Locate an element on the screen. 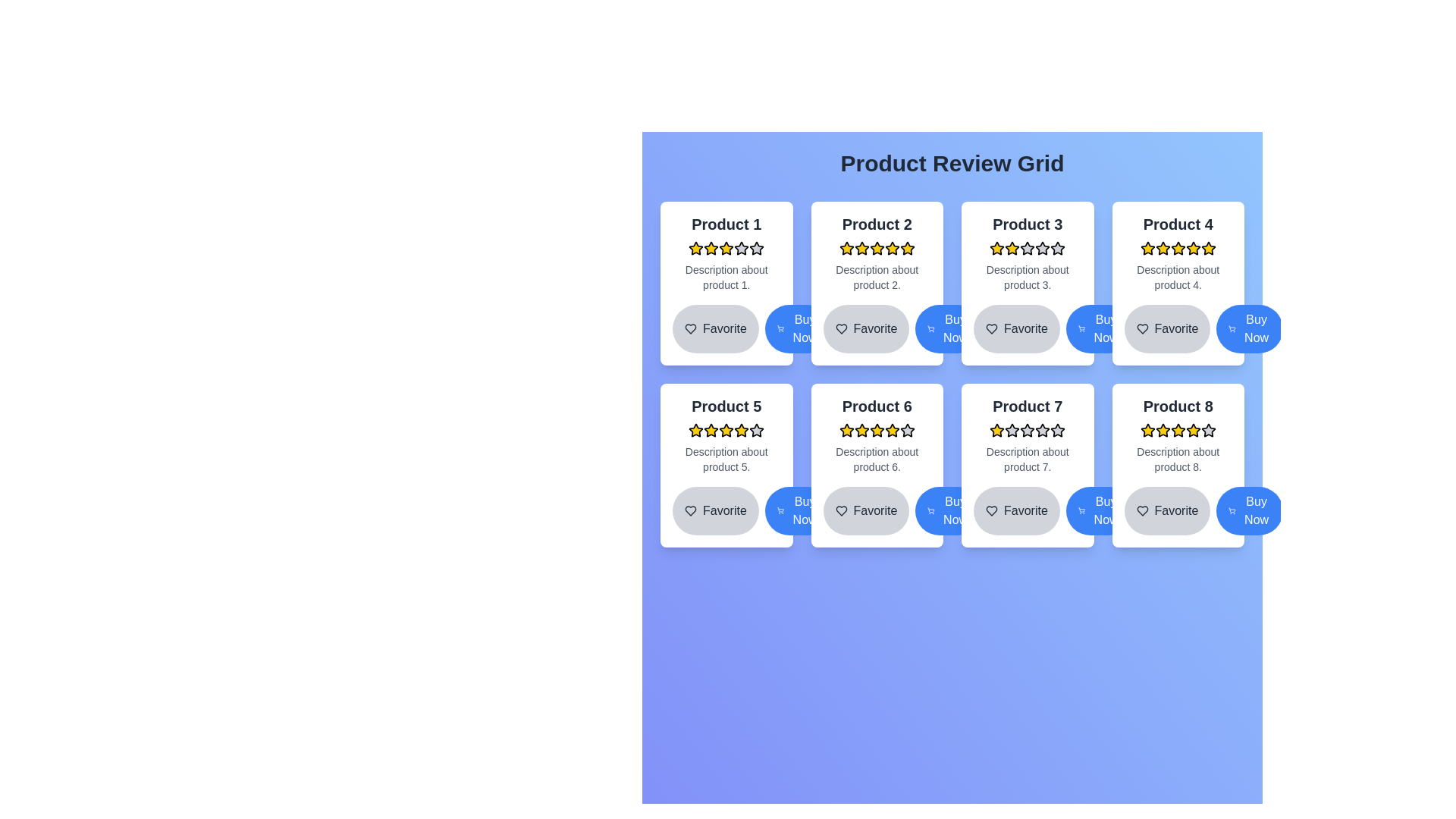  the purchase button located at the bottom-right corner of the fourth product card is located at coordinates (1250, 328).